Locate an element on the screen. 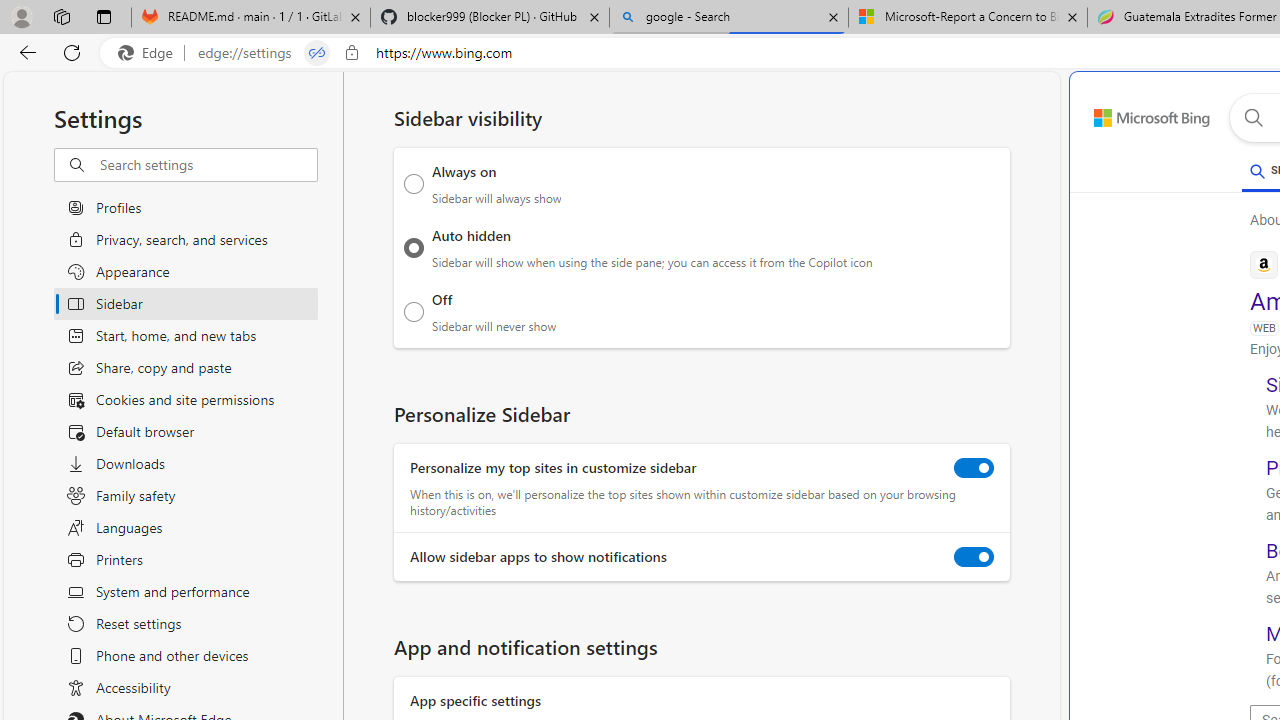 This screenshot has height=720, width=1280. 'Back to Bing search' is located at coordinates (1139, 114).